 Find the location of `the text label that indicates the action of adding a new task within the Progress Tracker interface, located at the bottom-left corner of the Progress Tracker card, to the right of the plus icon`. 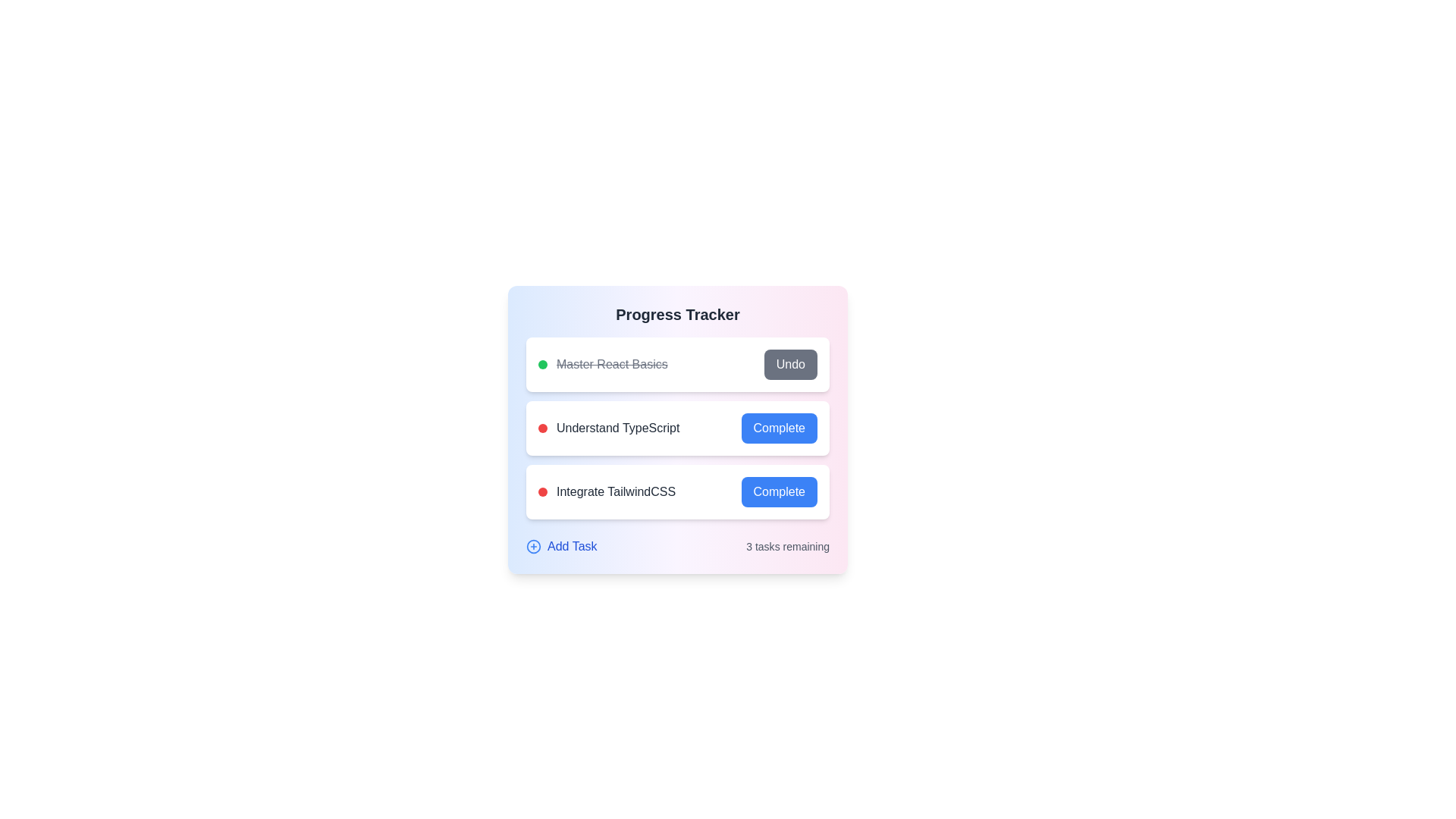

the text label that indicates the action of adding a new task within the Progress Tracker interface, located at the bottom-left corner of the Progress Tracker card, to the right of the plus icon is located at coordinates (571, 547).